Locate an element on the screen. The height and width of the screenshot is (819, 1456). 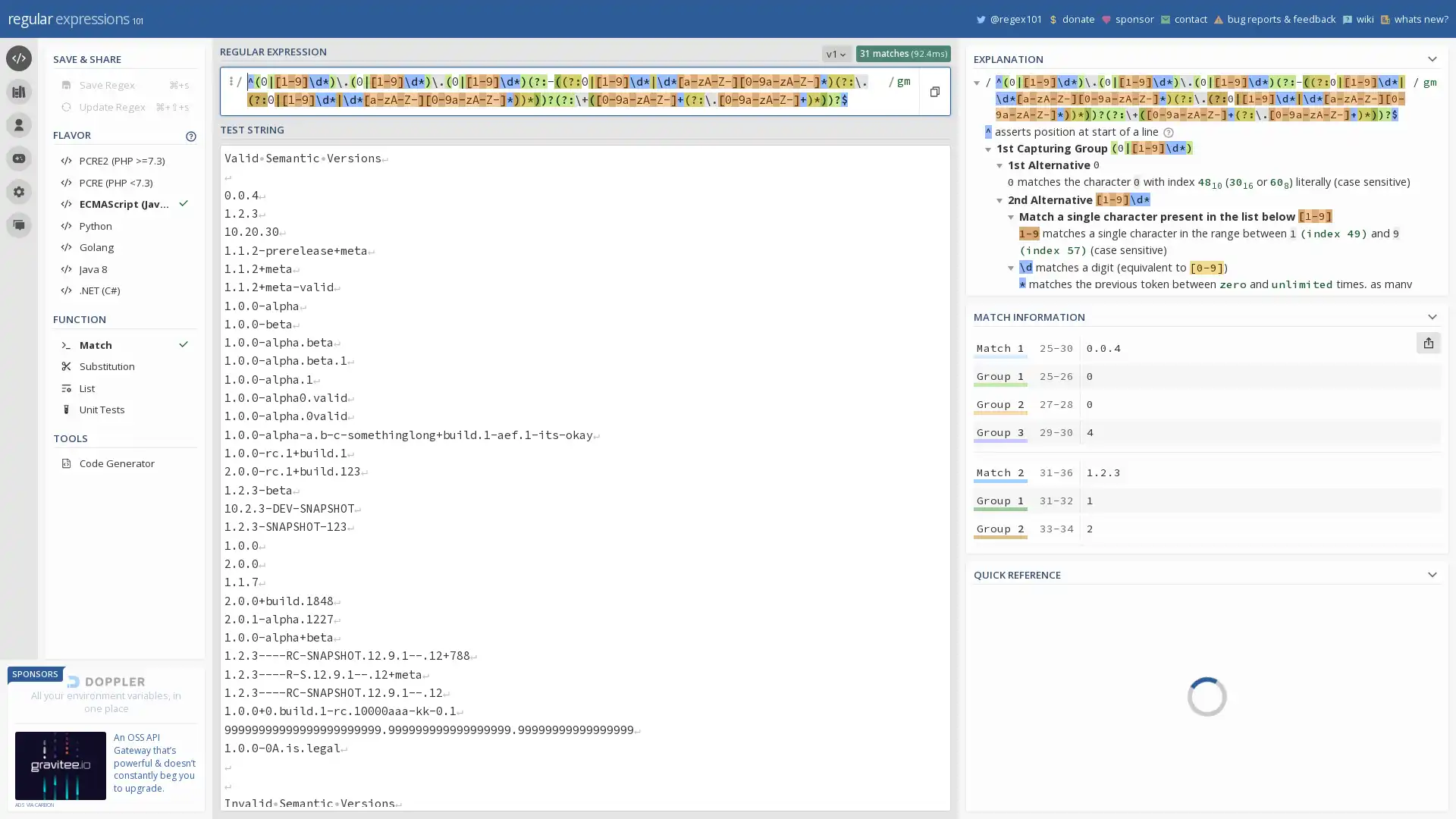
Collapse Subtree is located at coordinates (1002, 199).